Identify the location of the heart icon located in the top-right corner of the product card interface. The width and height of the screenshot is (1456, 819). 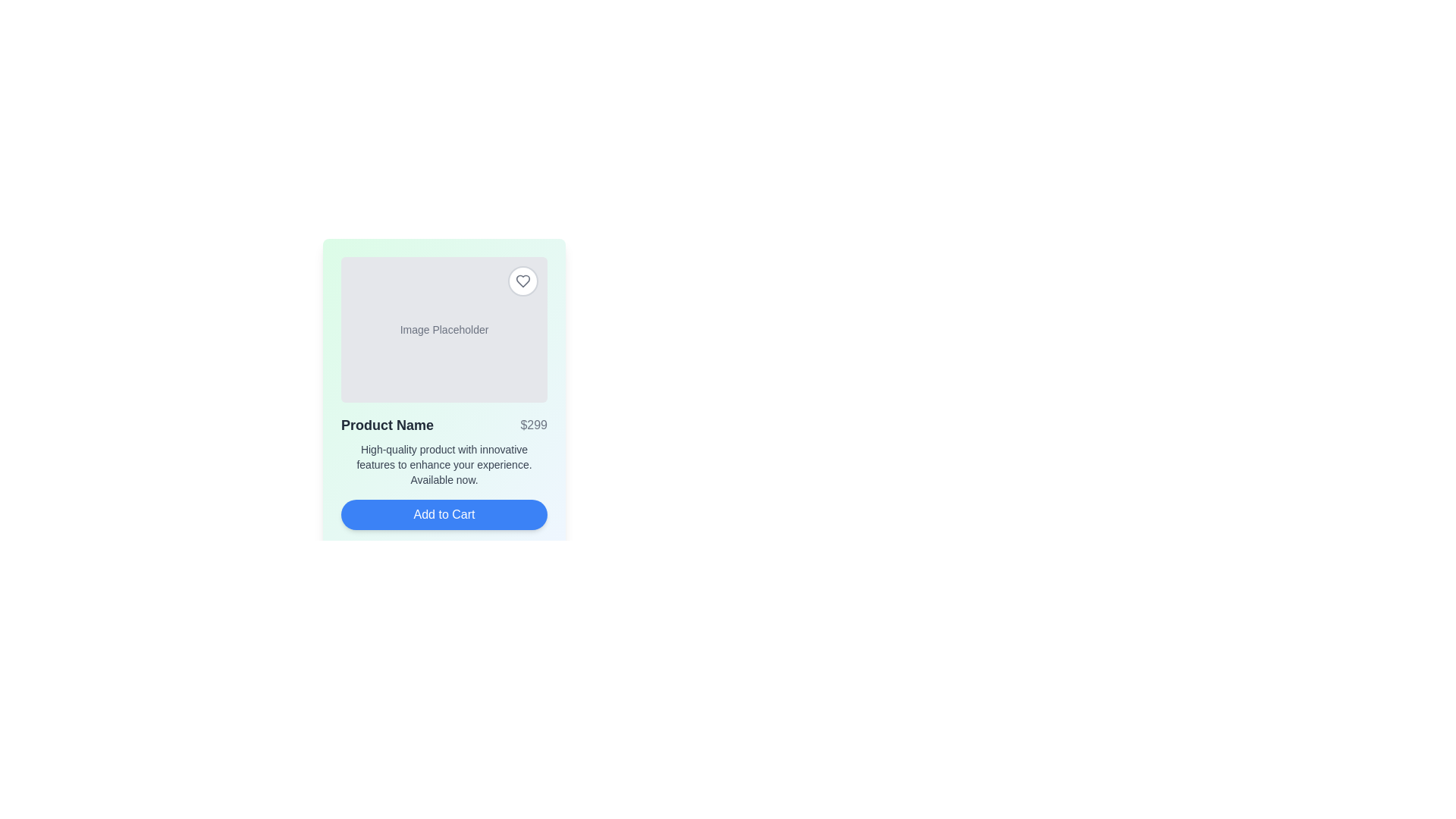
(523, 281).